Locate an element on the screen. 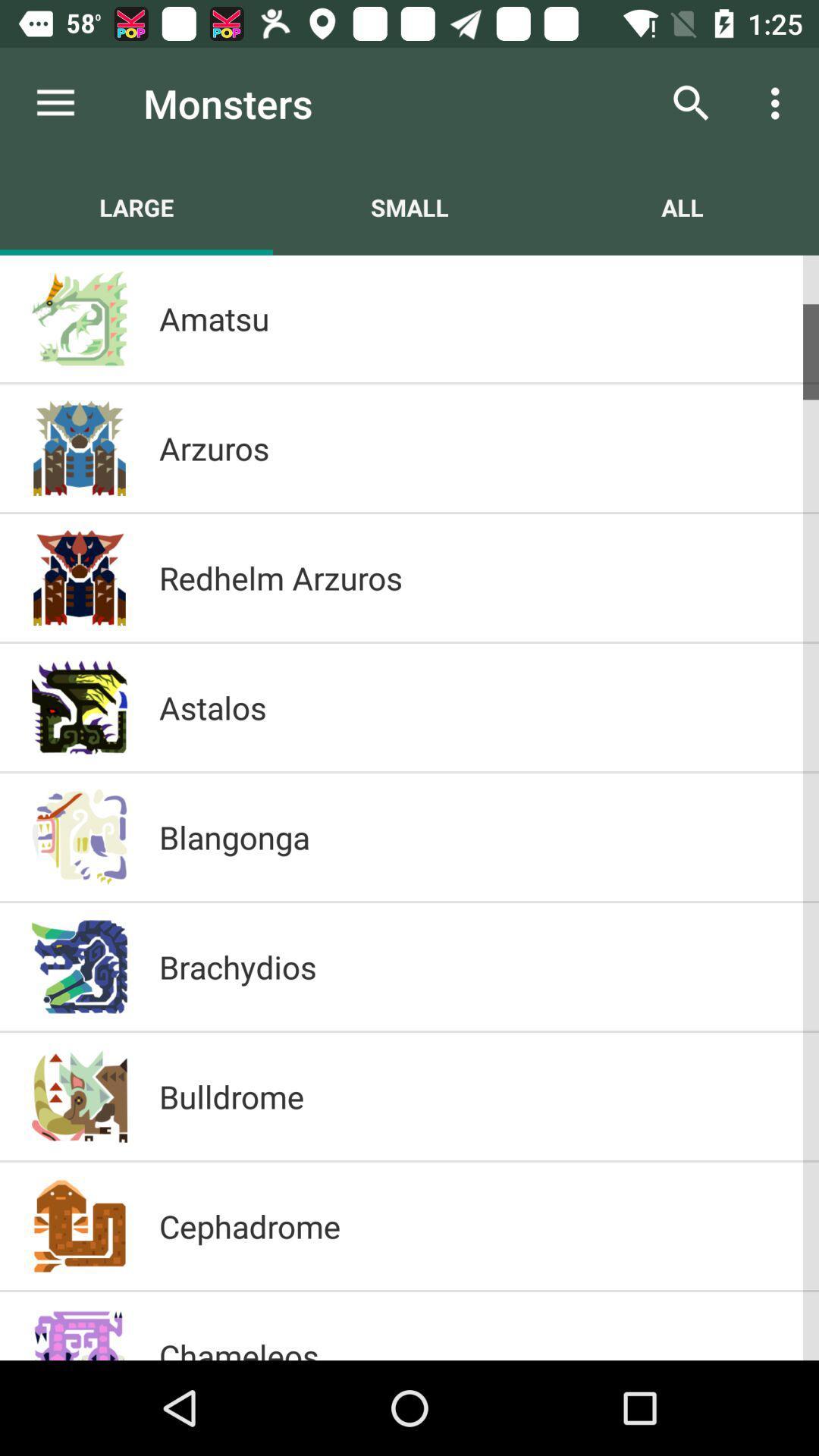  item below the redhelm arzuros item is located at coordinates (472, 706).